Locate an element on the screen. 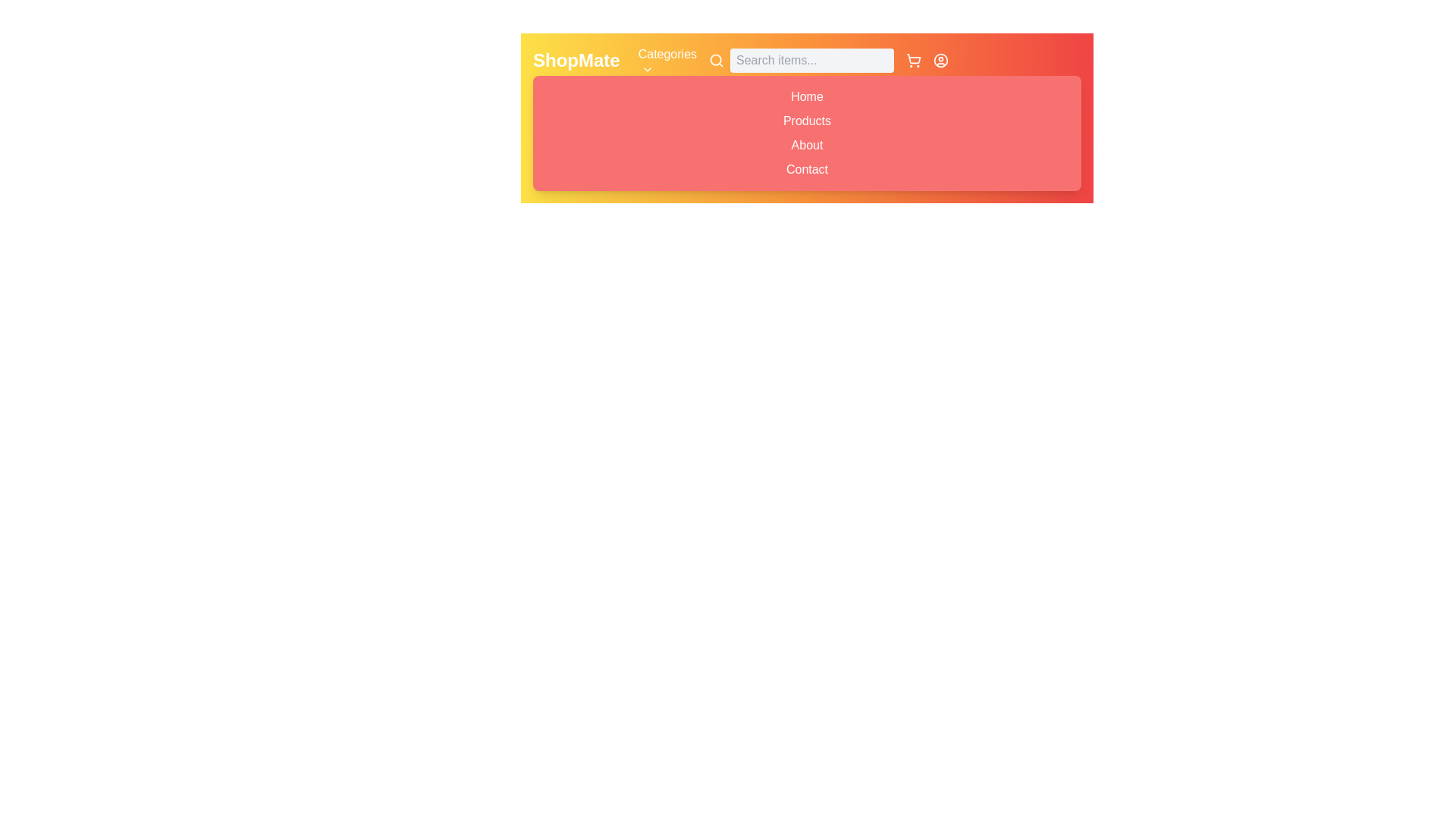 The height and width of the screenshot is (819, 1456). the SVG Circle that is part of the search icon, located to the right of the 'Categories' button and just to the left of the search input field in the top navigation bar is located at coordinates (715, 59).